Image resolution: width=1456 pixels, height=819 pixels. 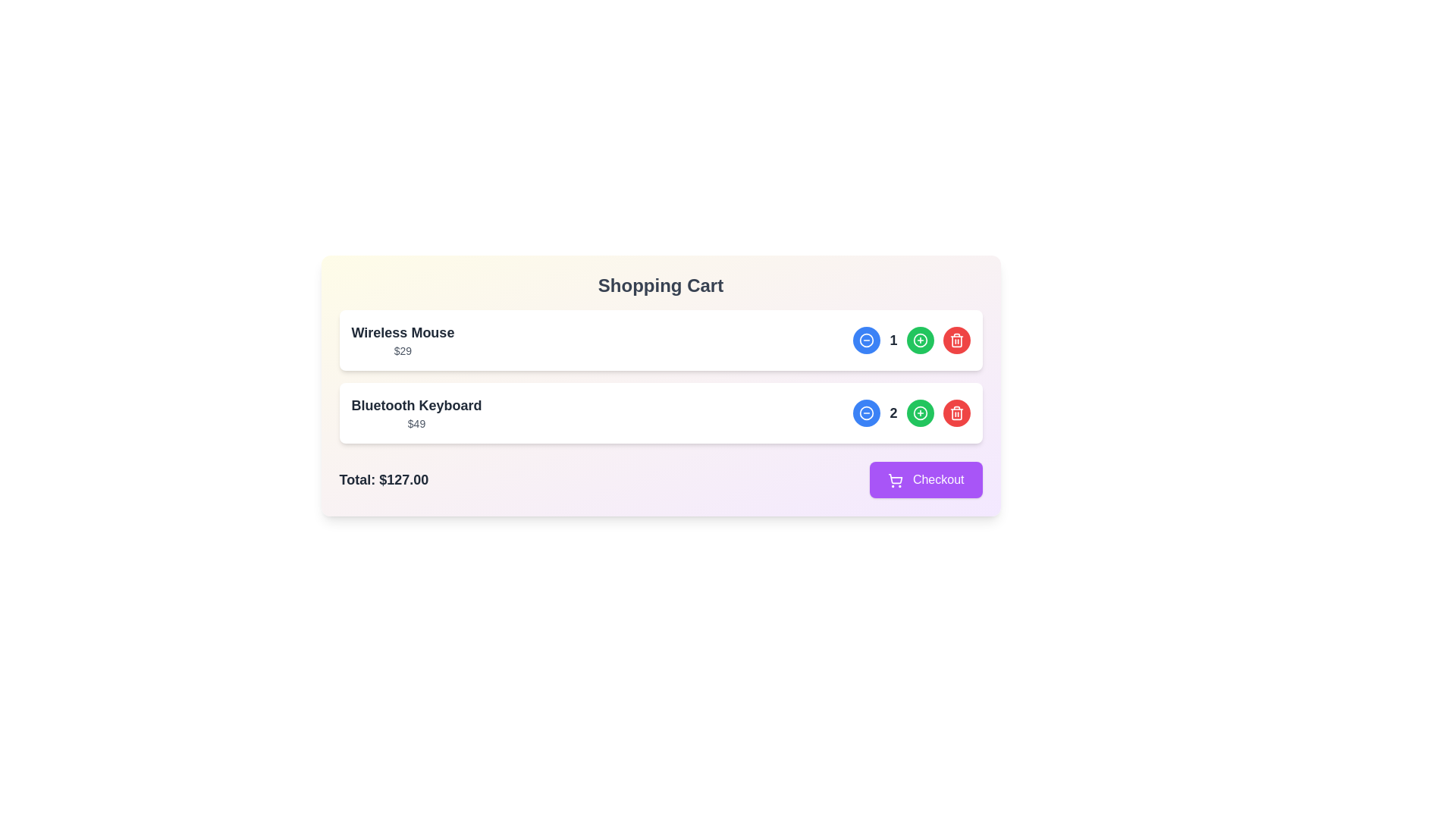 What do you see at coordinates (416, 424) in the screenshot?
I see `the informational text displaying the price of the 'Bluetooth Keyboard', which is positioned below the 'Bluetooth Keyboard' title in the shopping cart list` at bounding box center [416, 424].